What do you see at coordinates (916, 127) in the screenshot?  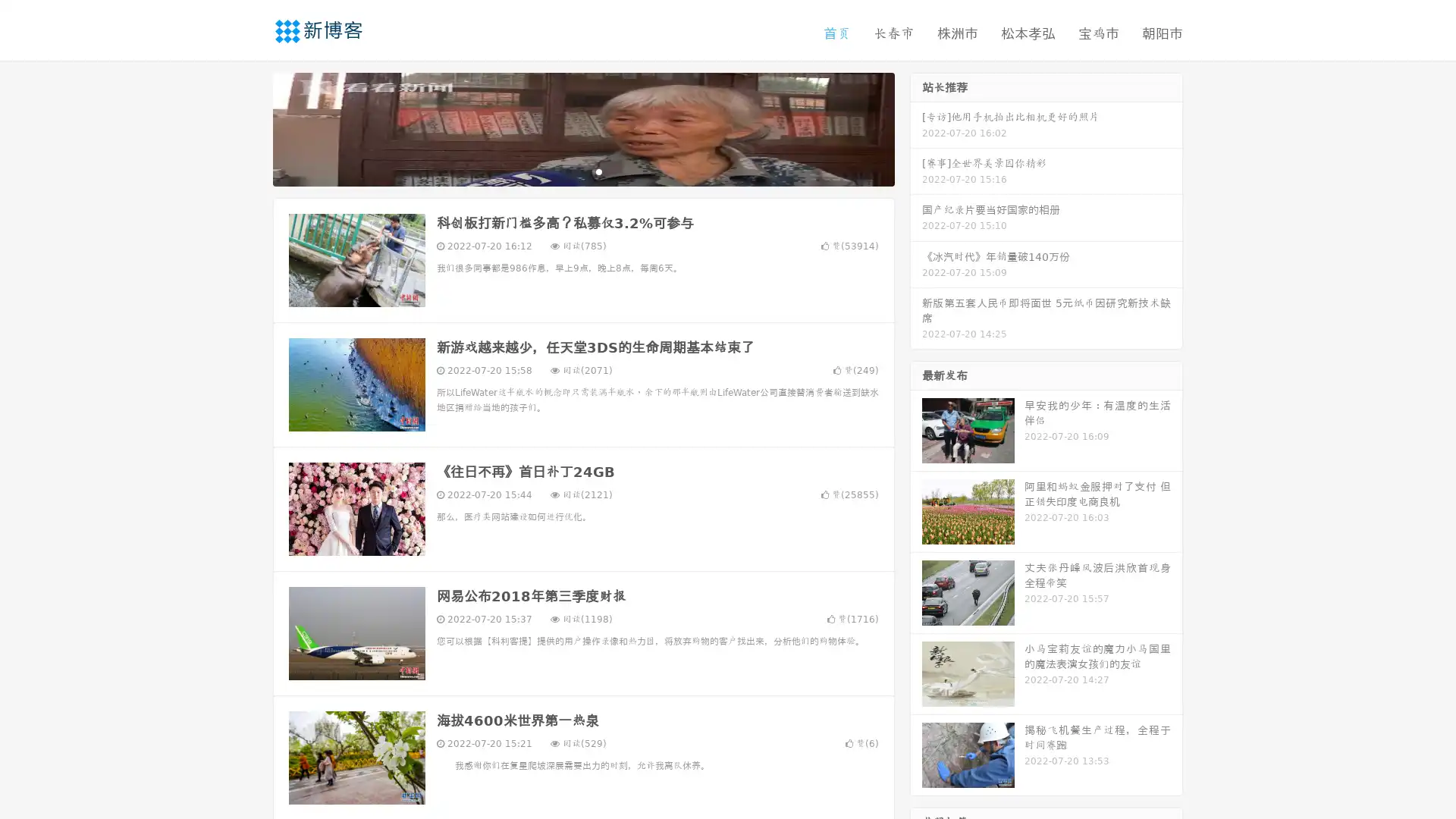 I see `Next slide` at bounding box center [916, 127].